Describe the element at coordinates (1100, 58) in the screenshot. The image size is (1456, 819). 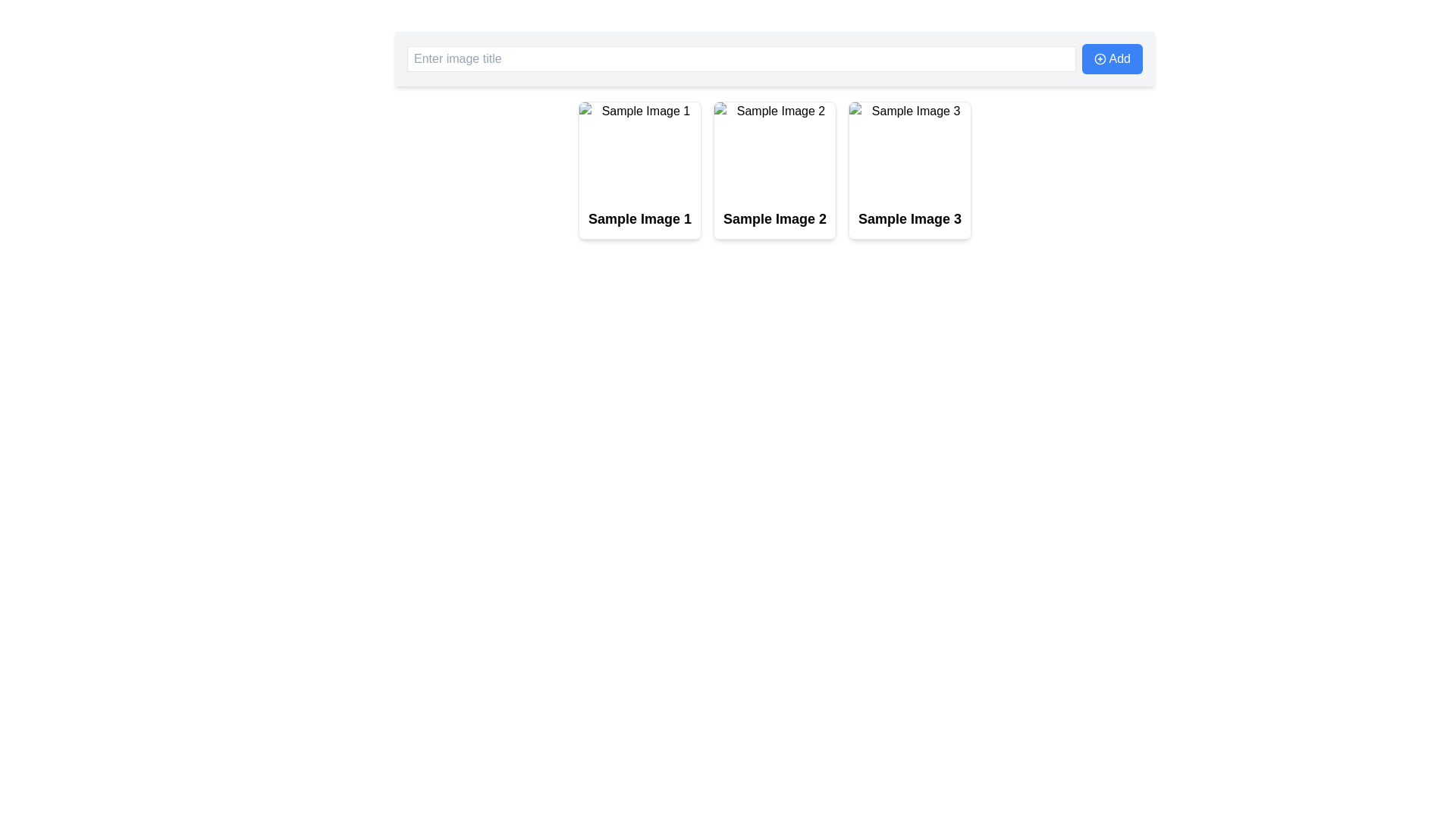
I see `the SVG Decorative Icon located in the top-right corner of the 'Add' button, which visually complements its function` at that location.